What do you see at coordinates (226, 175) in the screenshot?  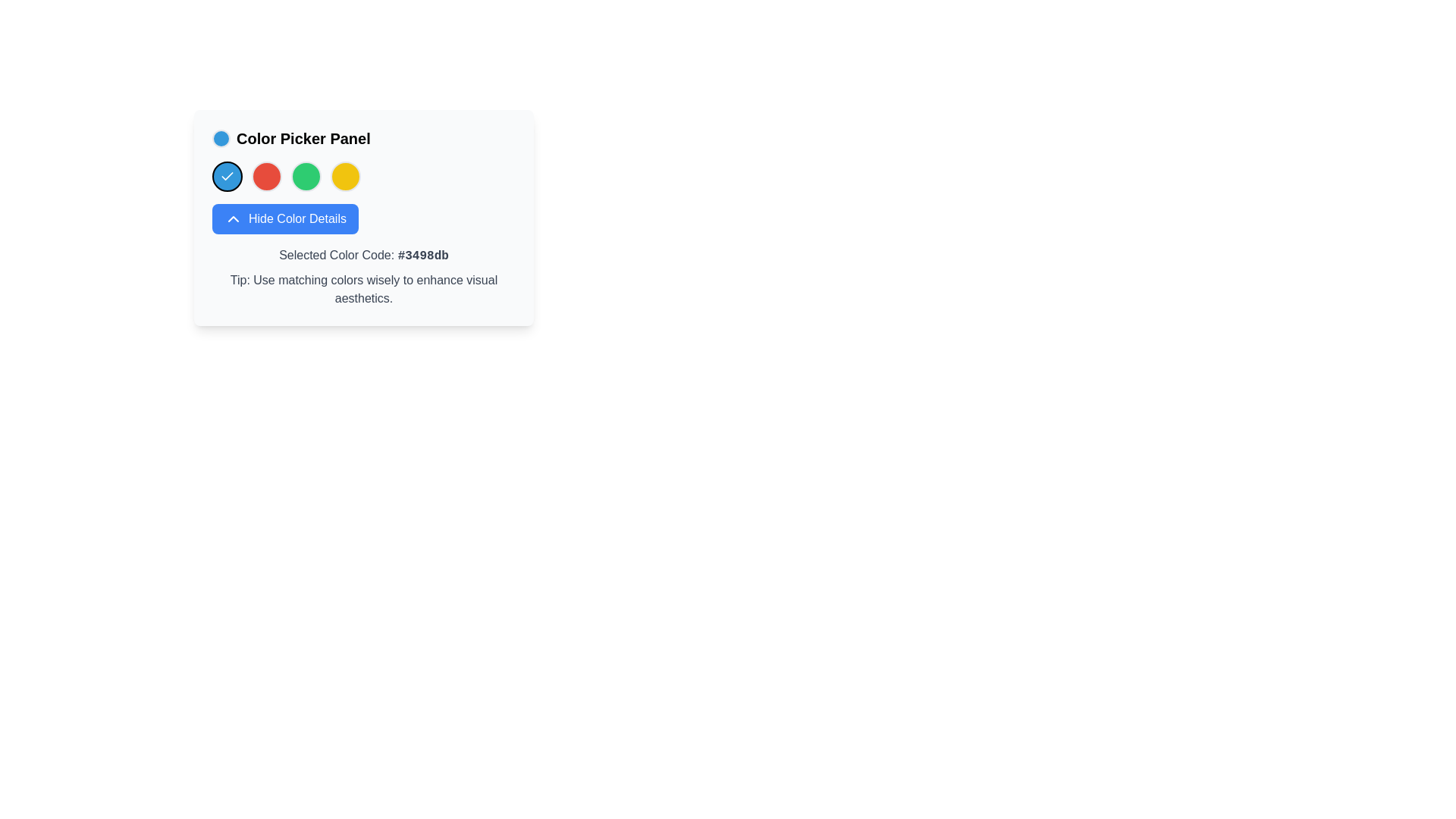 I see `the checkmark icon with a vibrant blue background and a white checkmark, which is part of the Color Picker Panel` at bounding box center [226, 175].